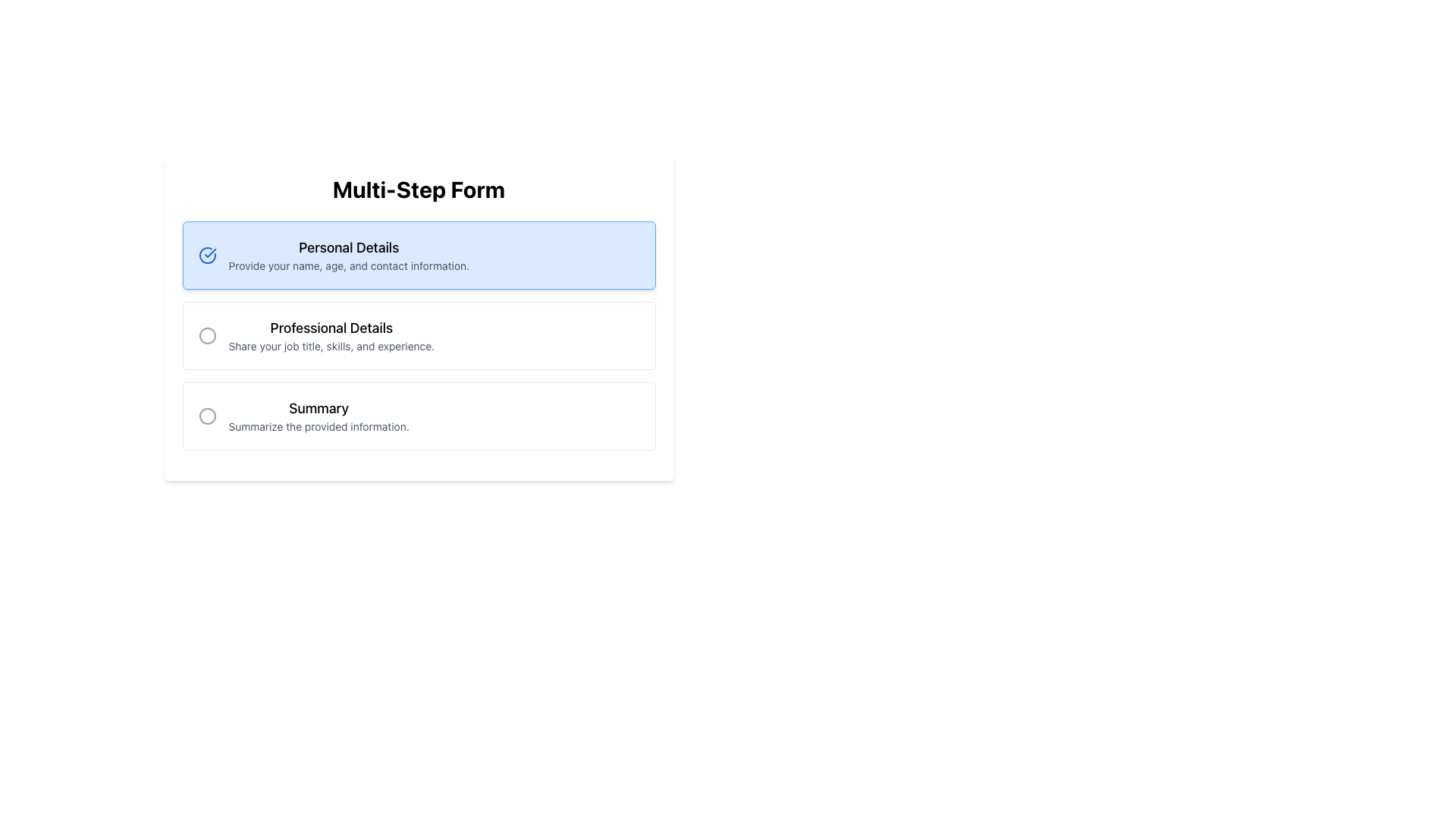  I want to click on the Text Label displaying 'Professional Details' which is the second card in the multi-step form, located below 'Personal Details' and above 'Summary', so click(331, 335).